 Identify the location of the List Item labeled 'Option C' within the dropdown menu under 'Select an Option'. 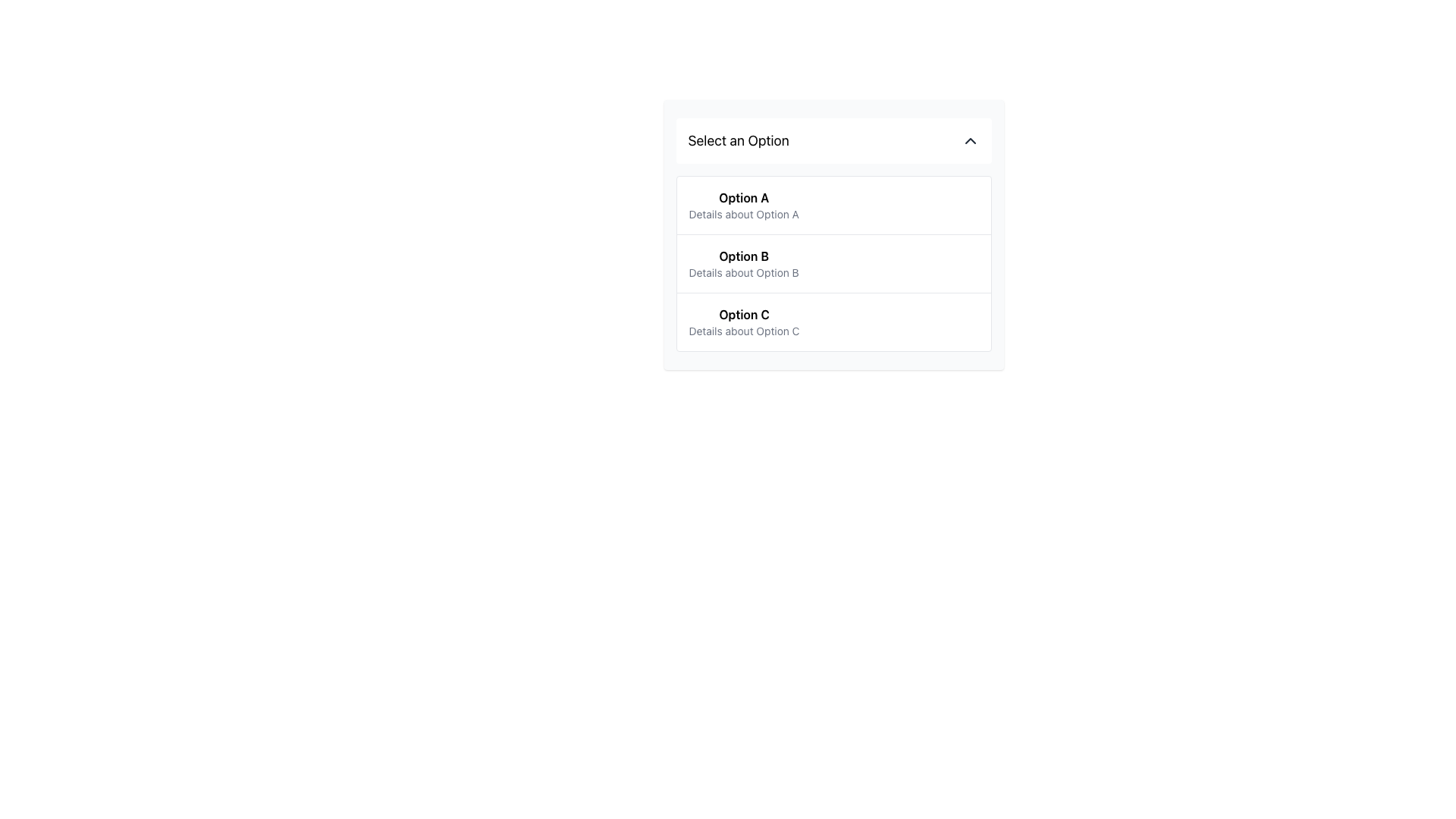
(833, 321).